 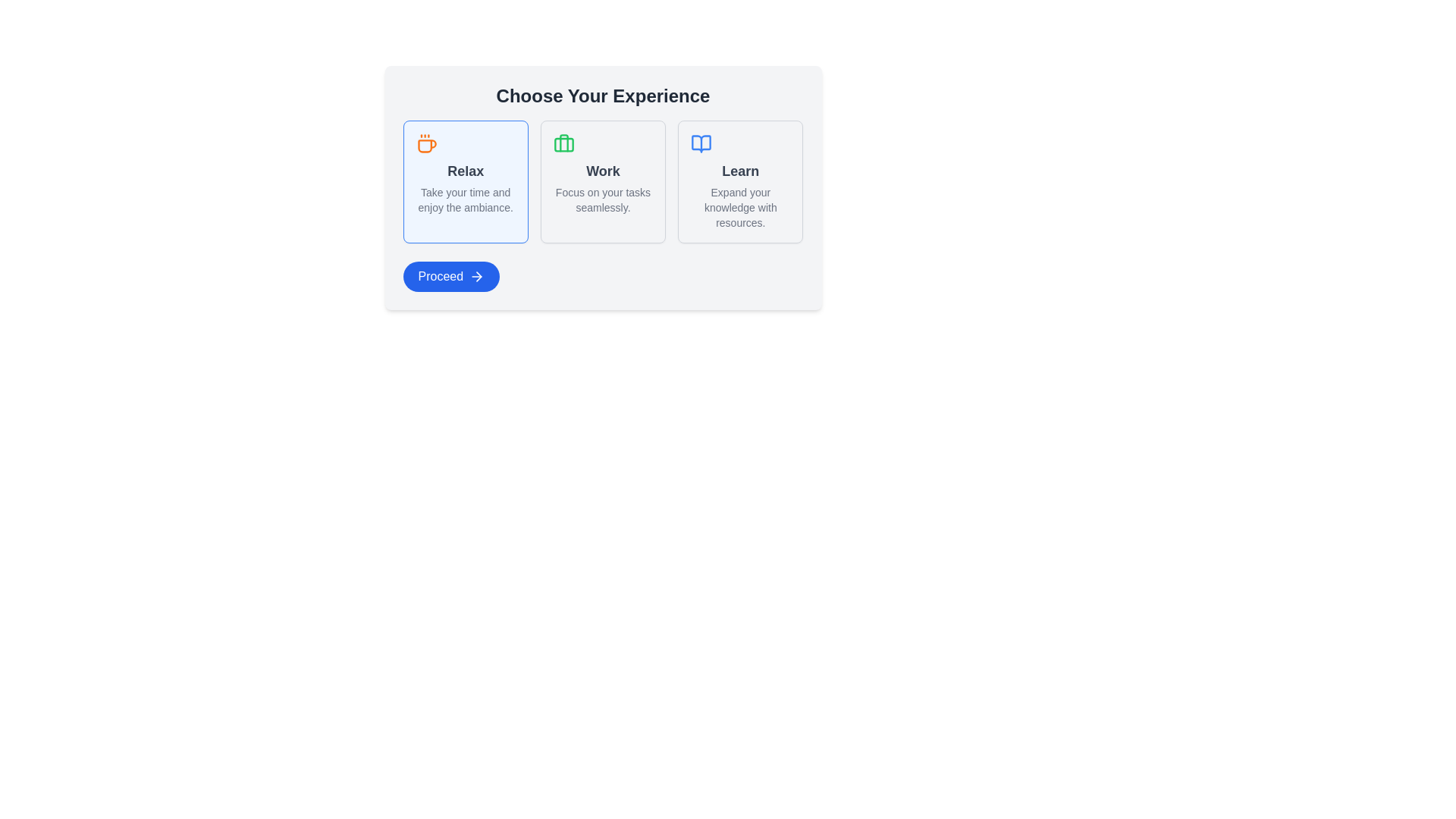 I want to click on the green briefcase icon located in the middle card labeled 'Work', so click(x=563, y=143).